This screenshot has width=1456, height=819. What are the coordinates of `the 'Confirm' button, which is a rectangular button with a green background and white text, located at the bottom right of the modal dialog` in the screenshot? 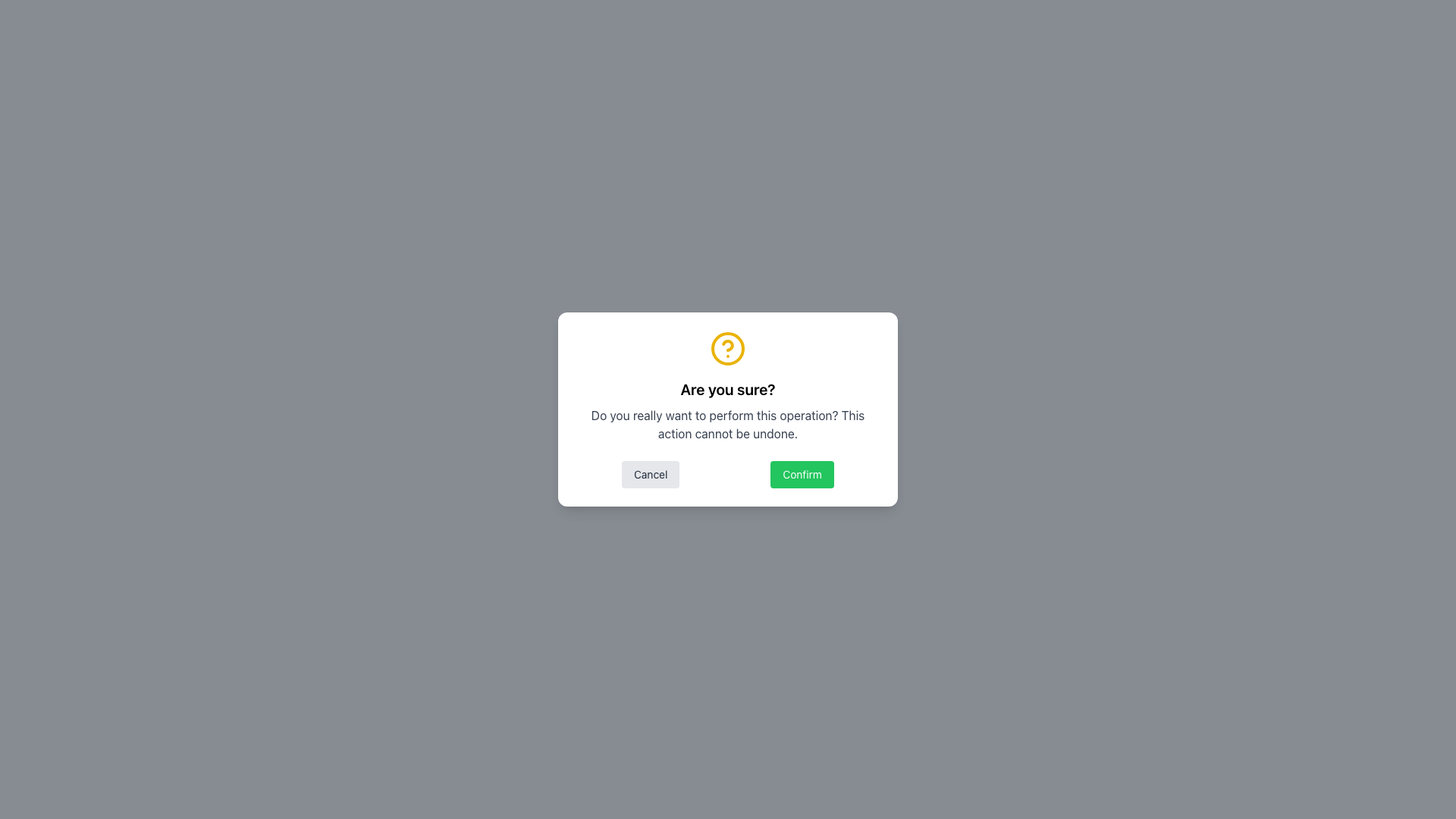 It's located at (801, 473).